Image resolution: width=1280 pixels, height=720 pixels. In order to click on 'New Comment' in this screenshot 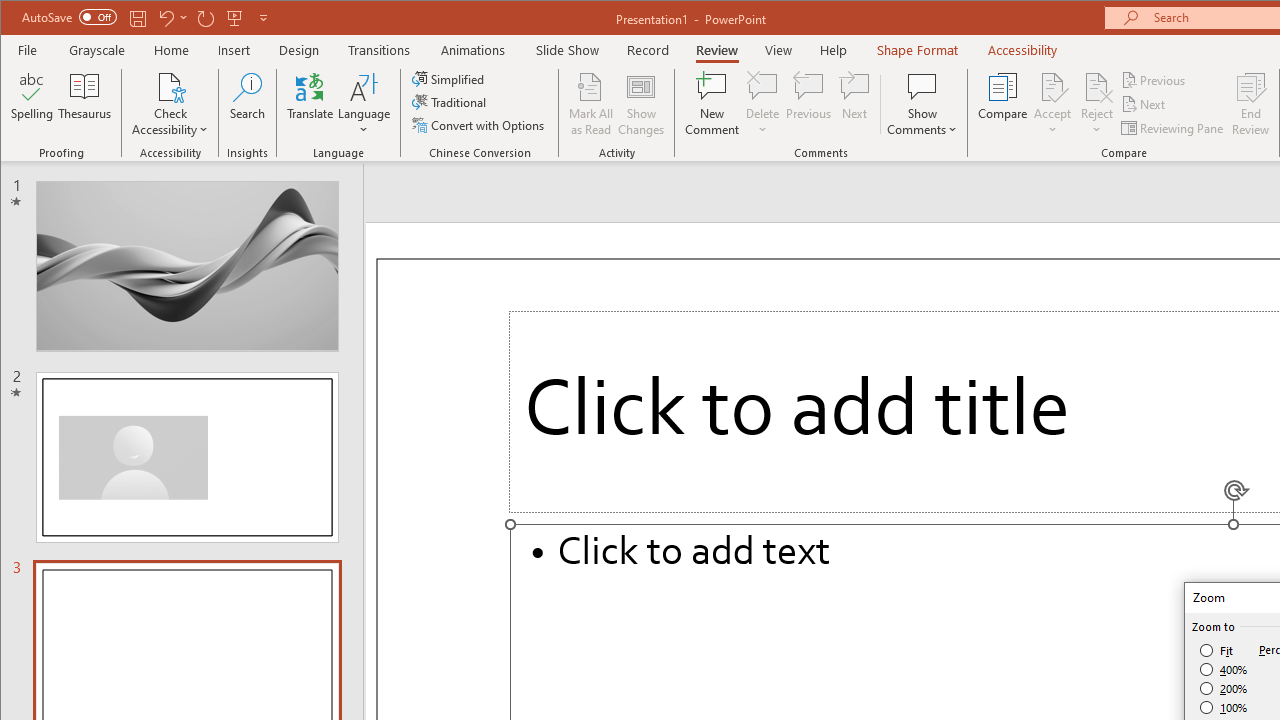, I will do `click(712, 104)`.